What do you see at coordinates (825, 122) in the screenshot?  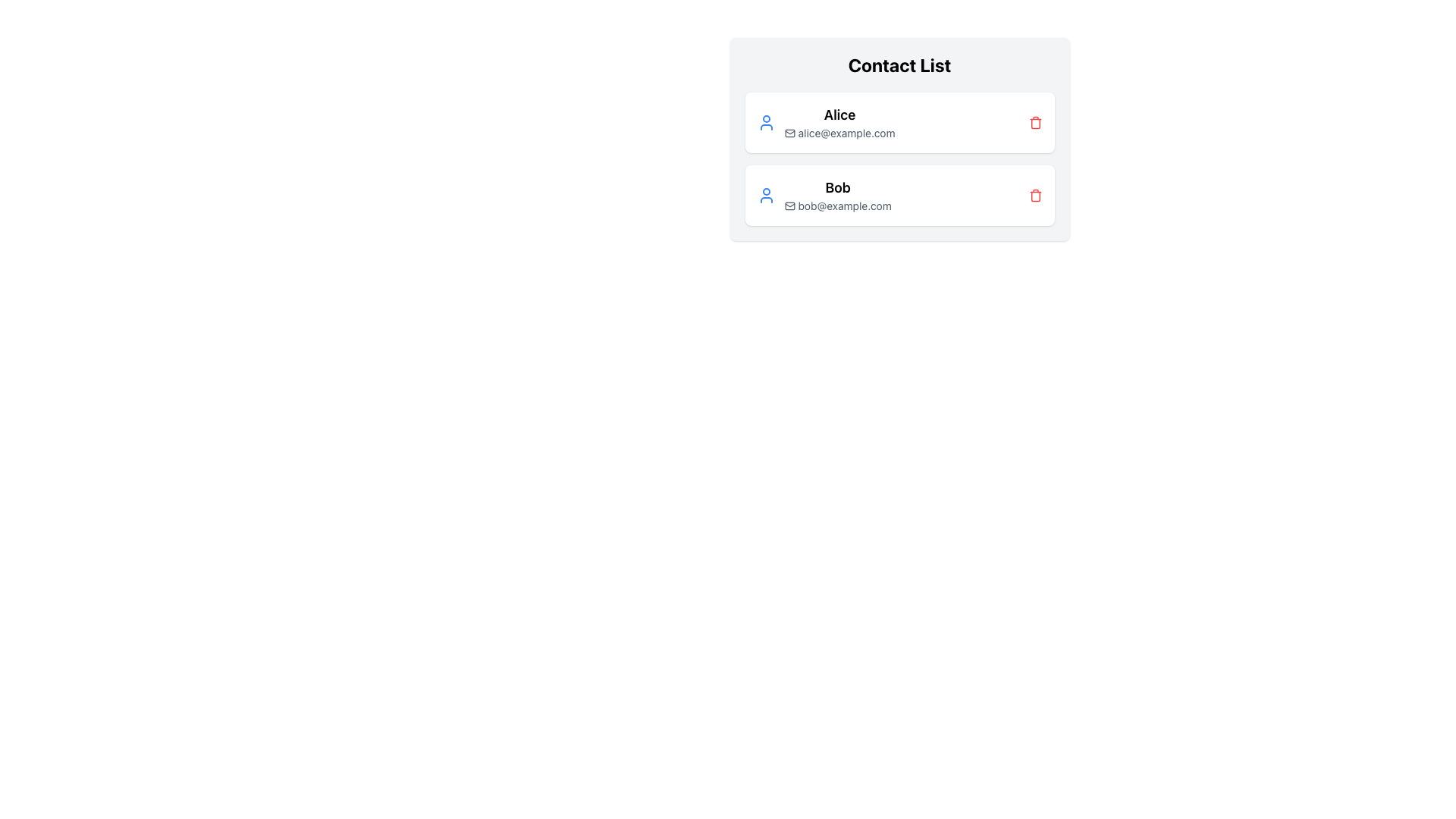 I see `the contact display item representing the user's name and email, located at the top-left corner of the contact list card above Bob's entry` at bounding box center [825, 122].